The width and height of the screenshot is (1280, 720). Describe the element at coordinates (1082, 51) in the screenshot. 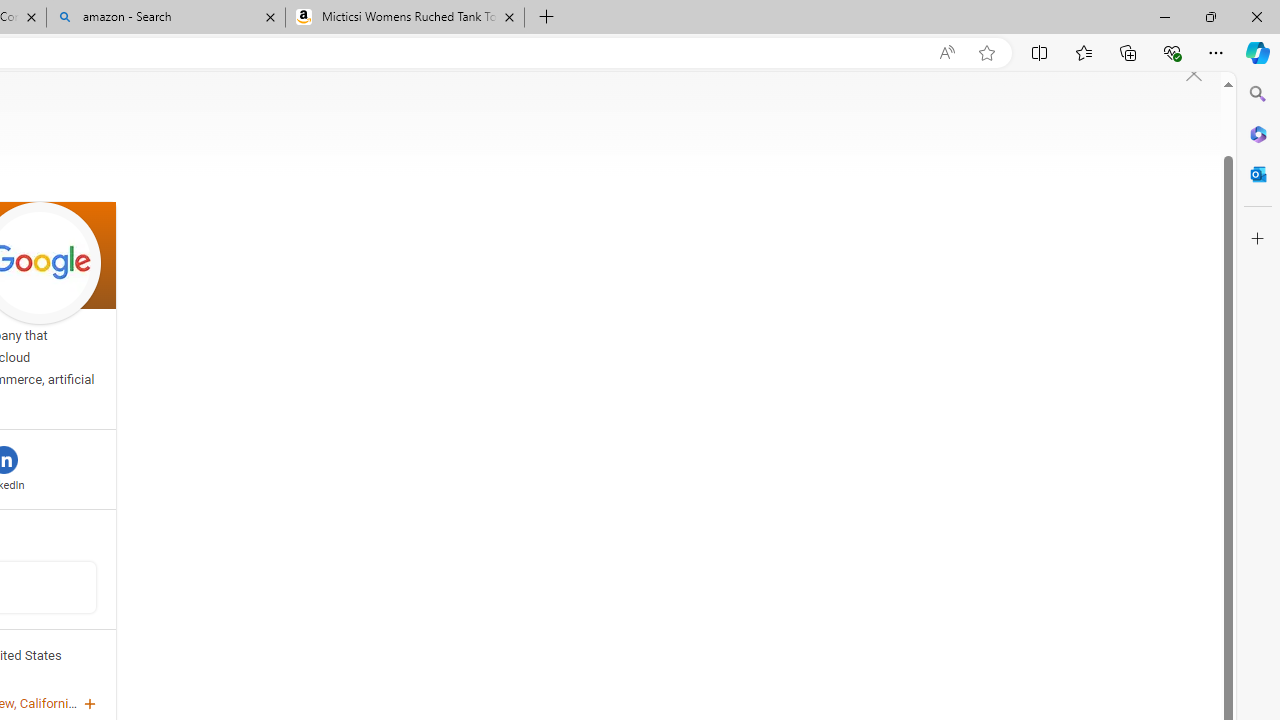

I see `'Favorites'` at that location.